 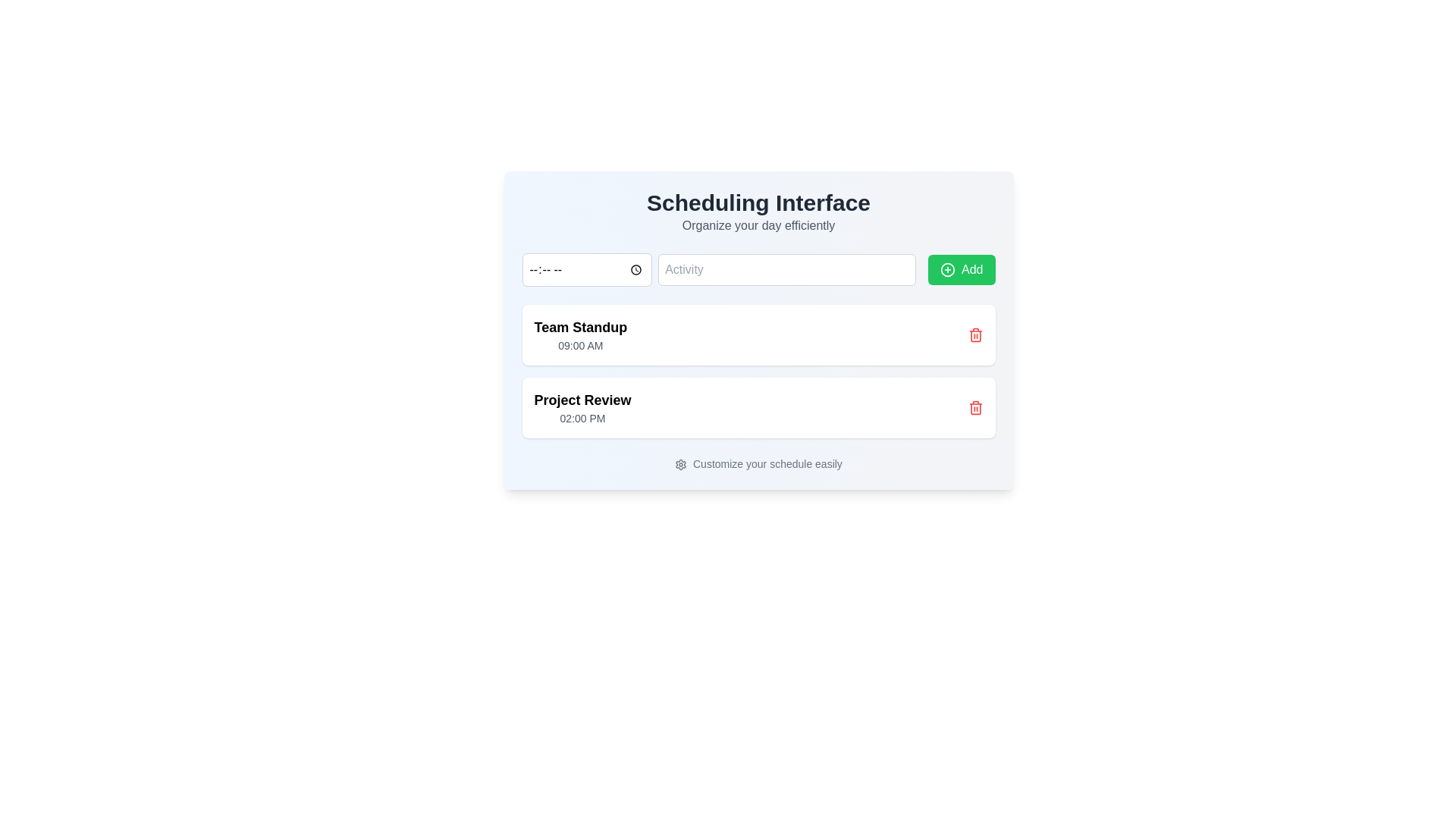 What do you see at coordinates (680, 464) in the screenshot?
I see `the gear-shaped icon next to the text 'Customize your schedule easily' to interact with settings` at bounding box center [680, 464].